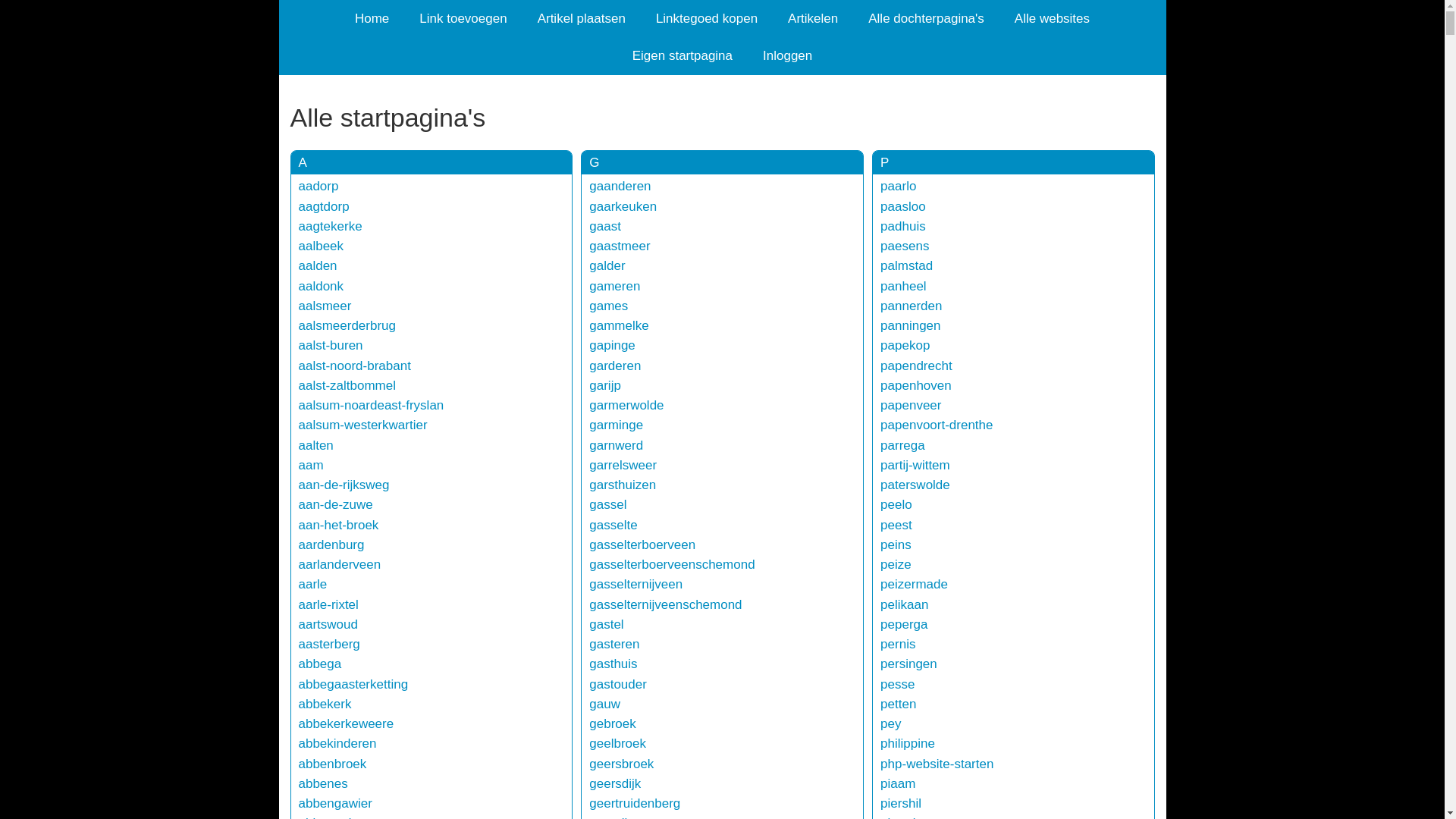 This screenshot has height=819, width=1456. What do you see at coordinates (913, 583) in the screenshot?
I see `'peizermade'` at bounding box center [913, 583].